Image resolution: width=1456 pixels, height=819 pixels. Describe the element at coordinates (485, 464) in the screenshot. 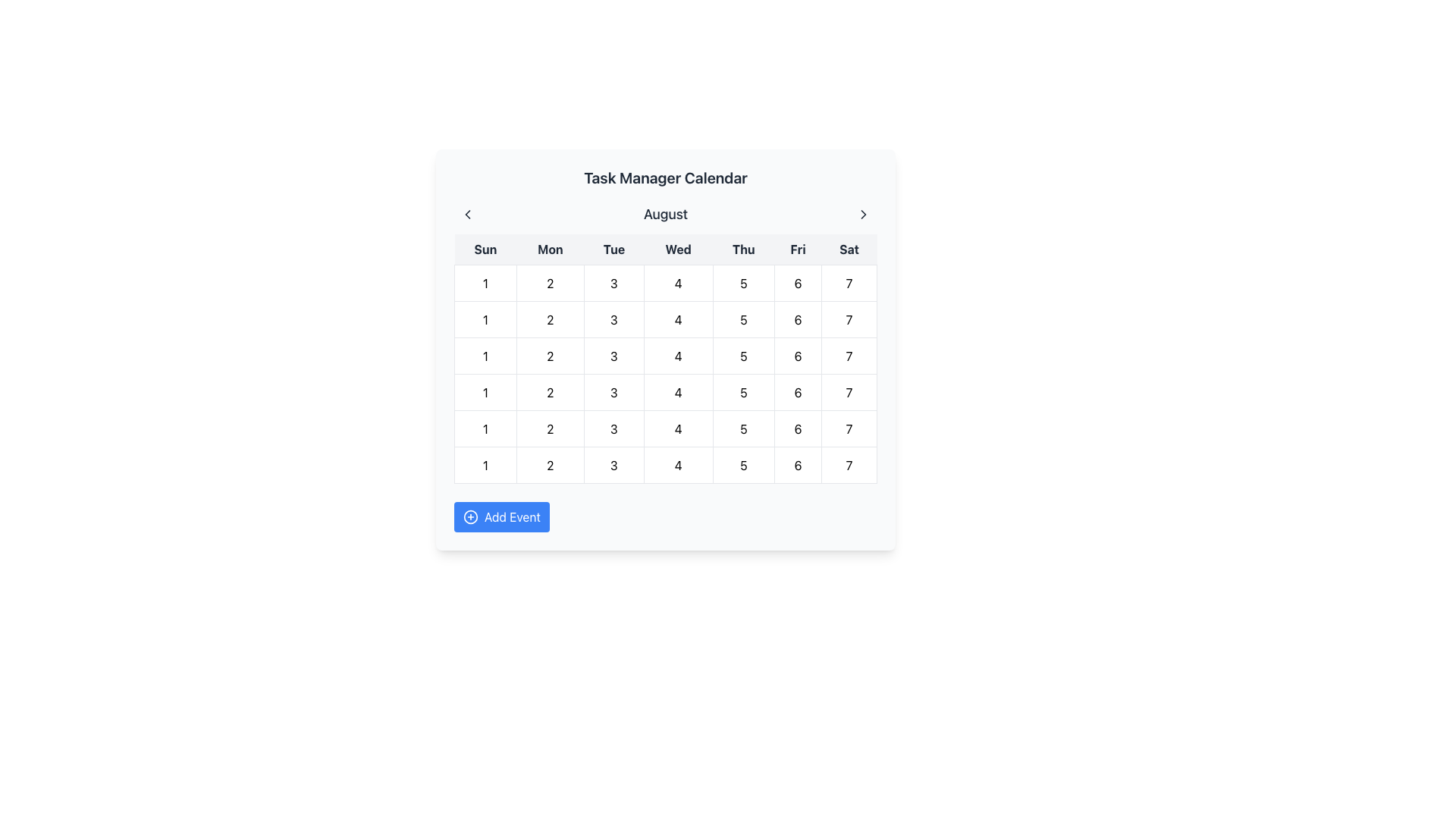

I see `the numerical value '1' located in the first column under the 'Sun' header of the calendar grid, which is in the sixth visible row` at that location.